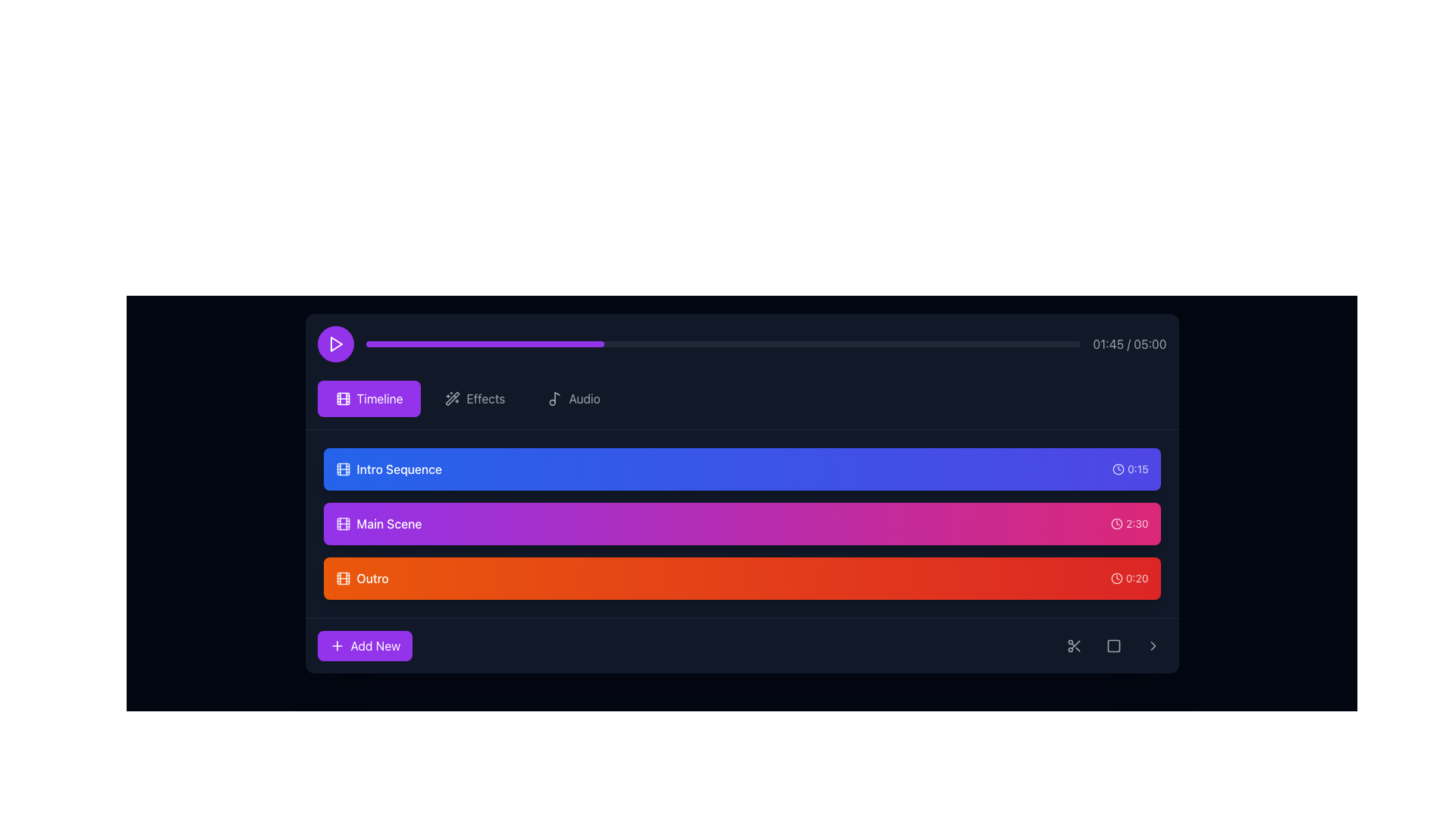 This screenshot has height=819, width=1456. I want to click on the 'Timeline' button that contains the small purple filmstrip icon located to the left of the 'Timeline' label text, so click(342, 397).